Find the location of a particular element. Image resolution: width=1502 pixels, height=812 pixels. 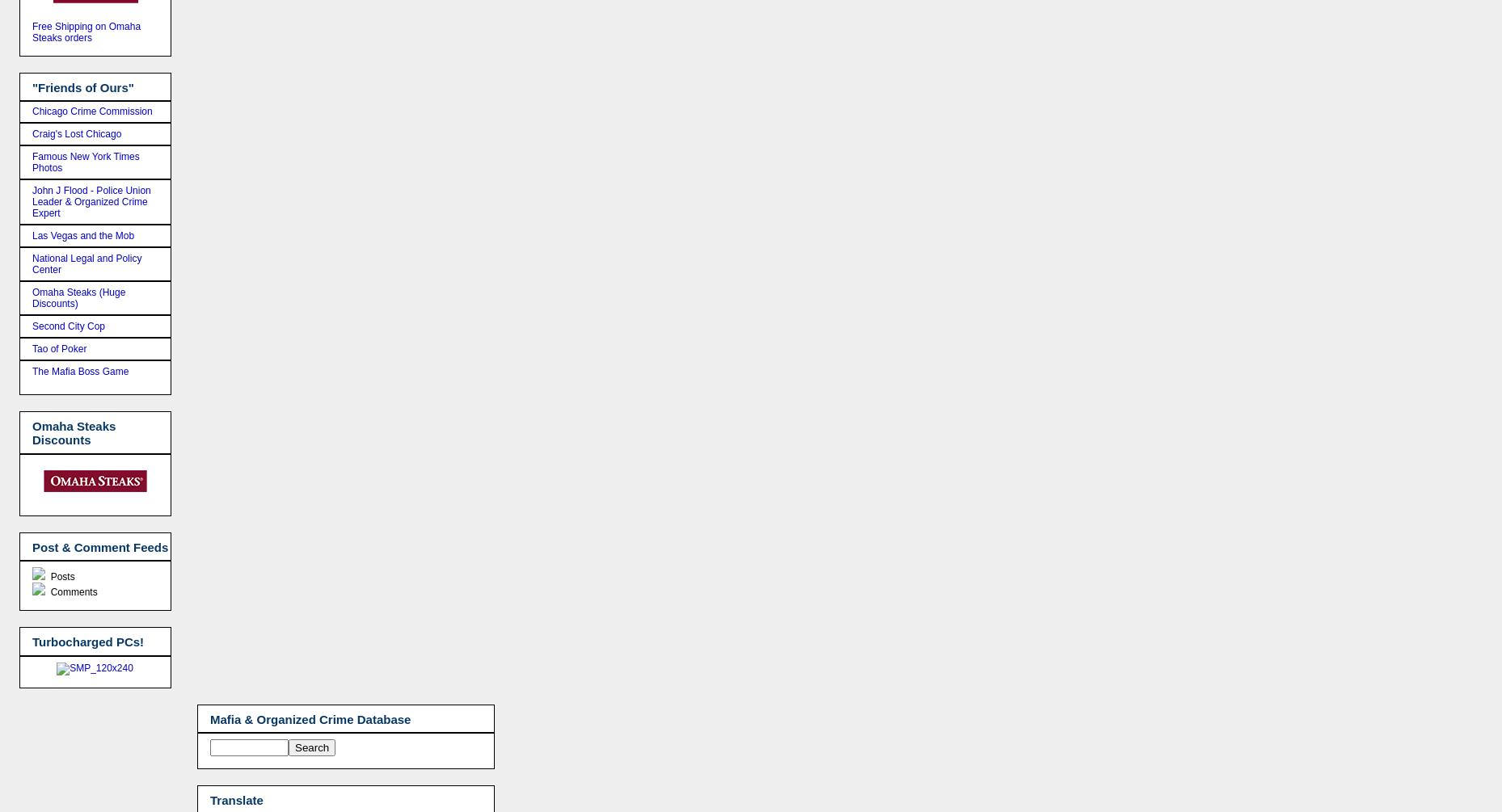

'Famous New York Times Photos' is located at coordinates (86, 162).